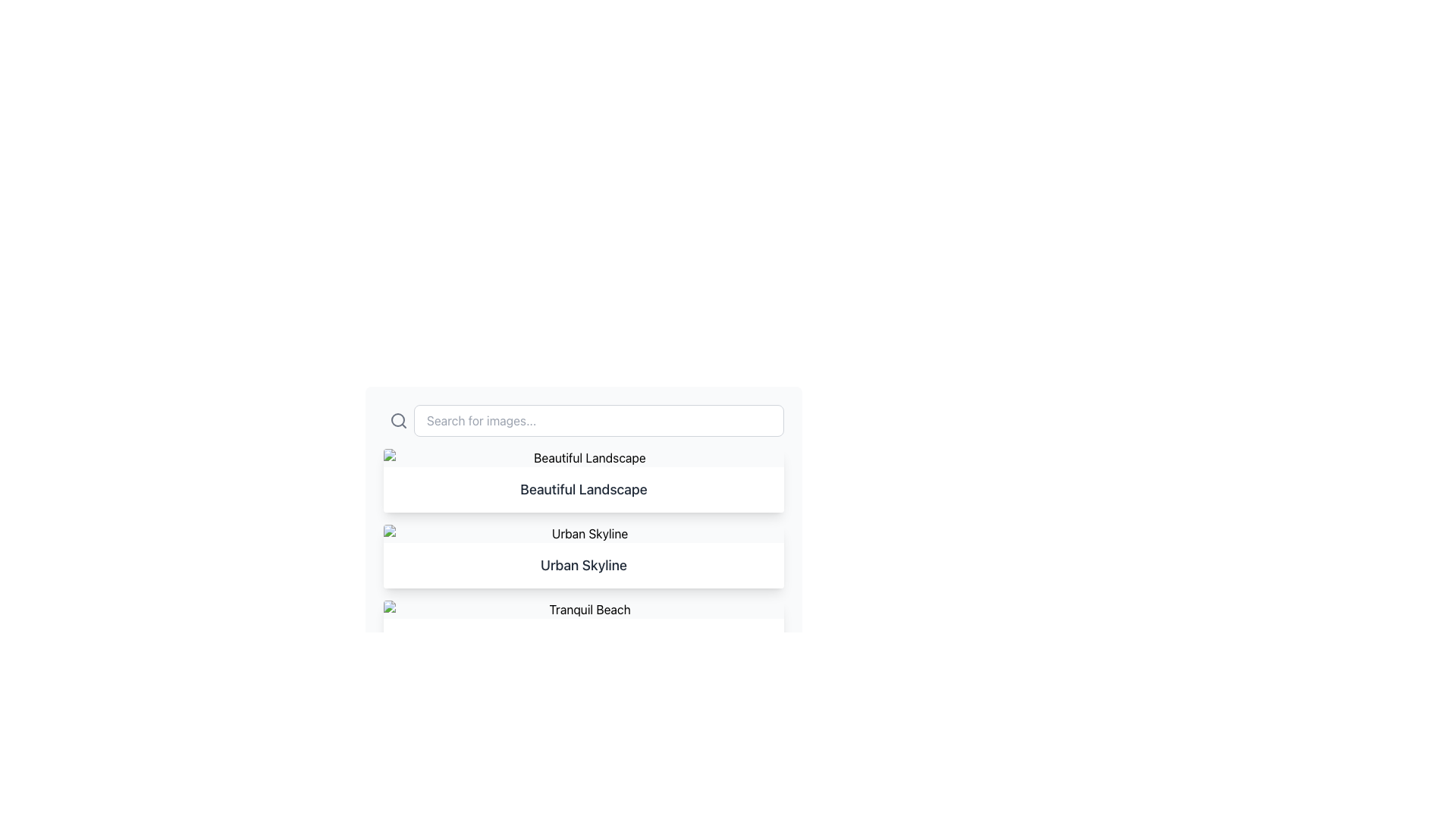  What do you see at coordinates (582, 608) in the screenshot?
I see `the 'Tranquil Beach' image representation` at bounding box center [582, 608].